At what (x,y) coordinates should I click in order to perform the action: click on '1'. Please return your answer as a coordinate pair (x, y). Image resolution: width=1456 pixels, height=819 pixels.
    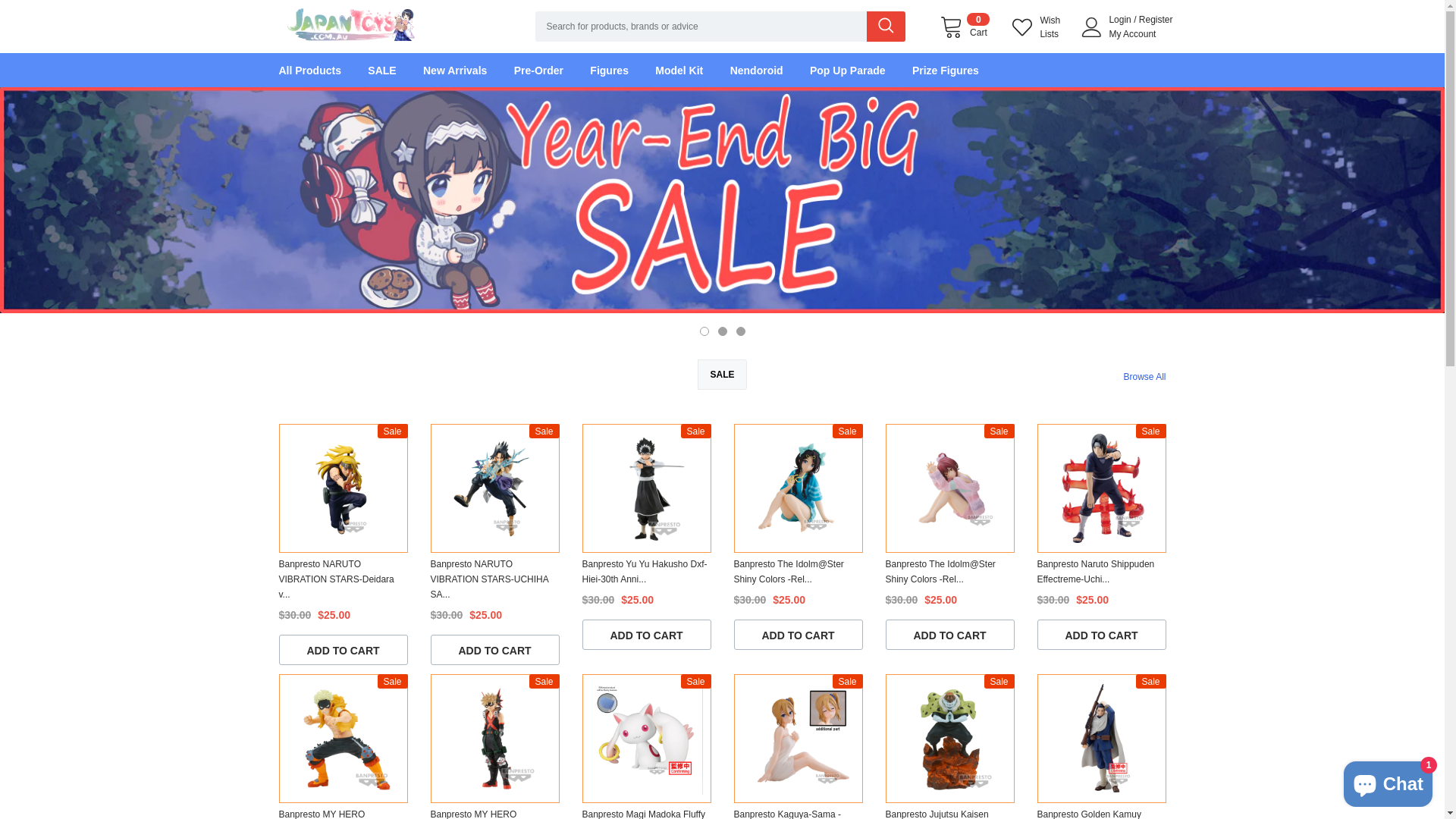
    Looking at the image, I should click on (702, 330).